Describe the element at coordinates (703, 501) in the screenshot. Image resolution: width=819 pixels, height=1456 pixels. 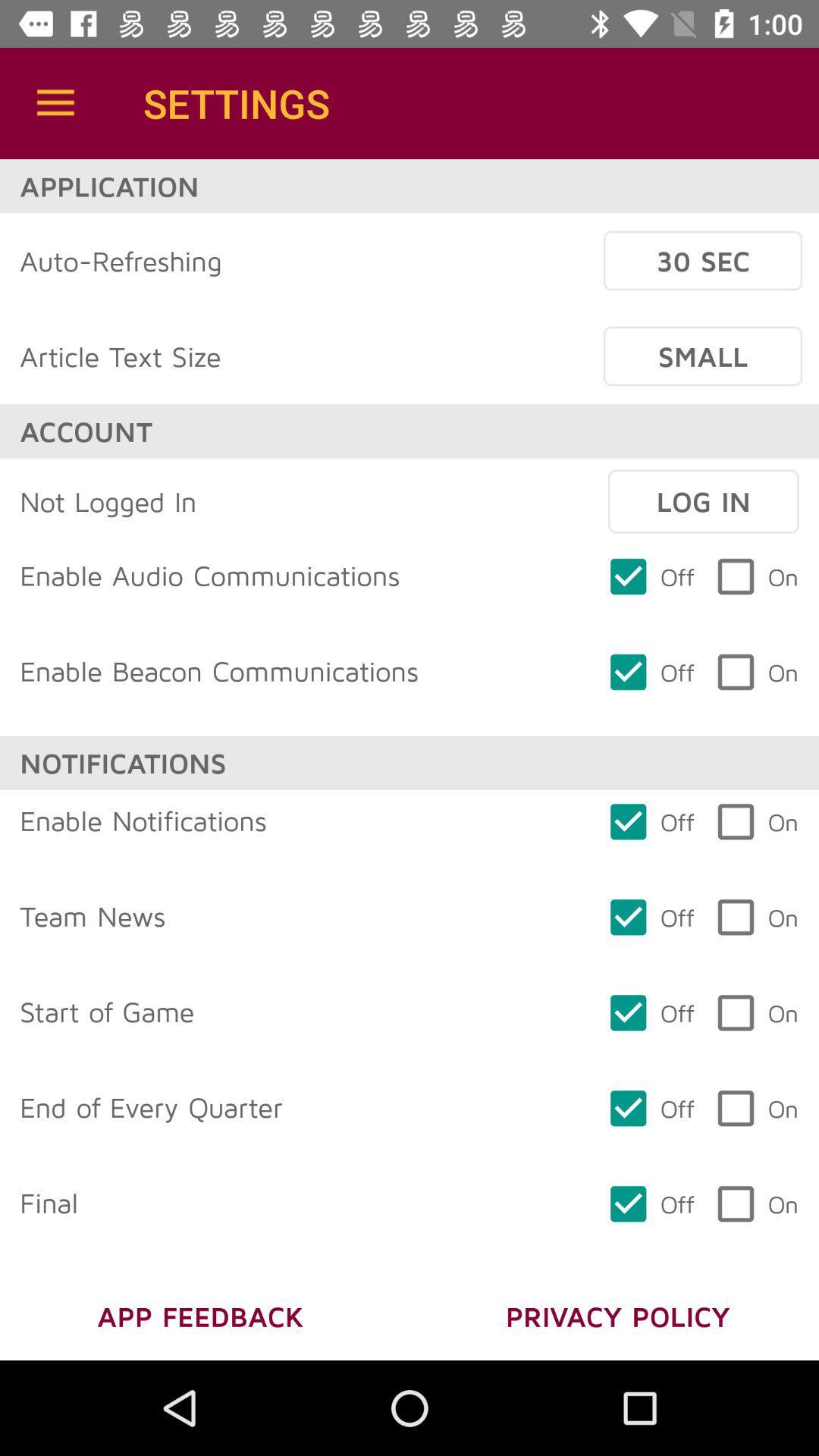
I see `icon next to not logged in` at that location.